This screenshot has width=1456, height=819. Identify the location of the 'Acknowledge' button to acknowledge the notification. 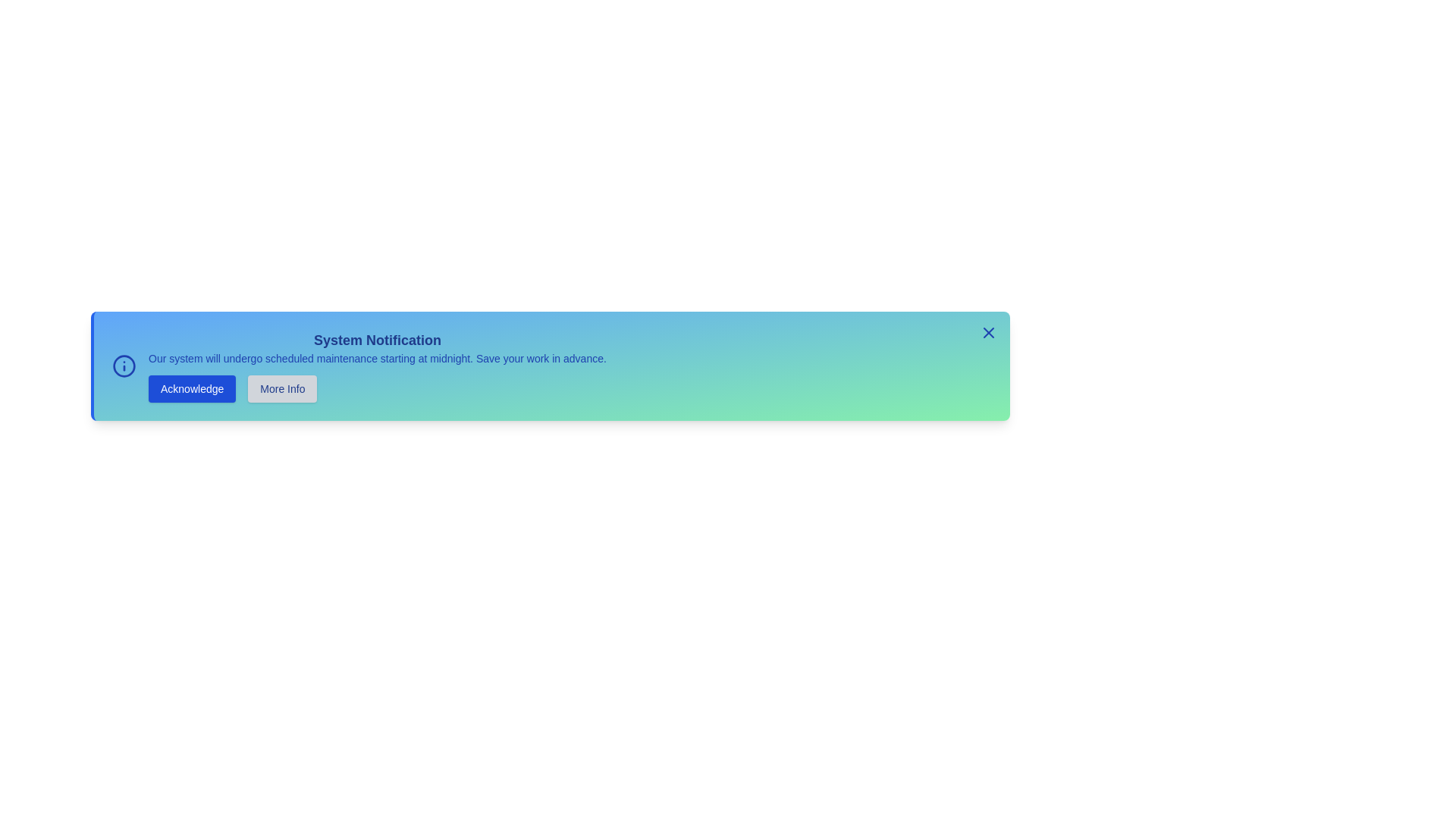
(191, 388).